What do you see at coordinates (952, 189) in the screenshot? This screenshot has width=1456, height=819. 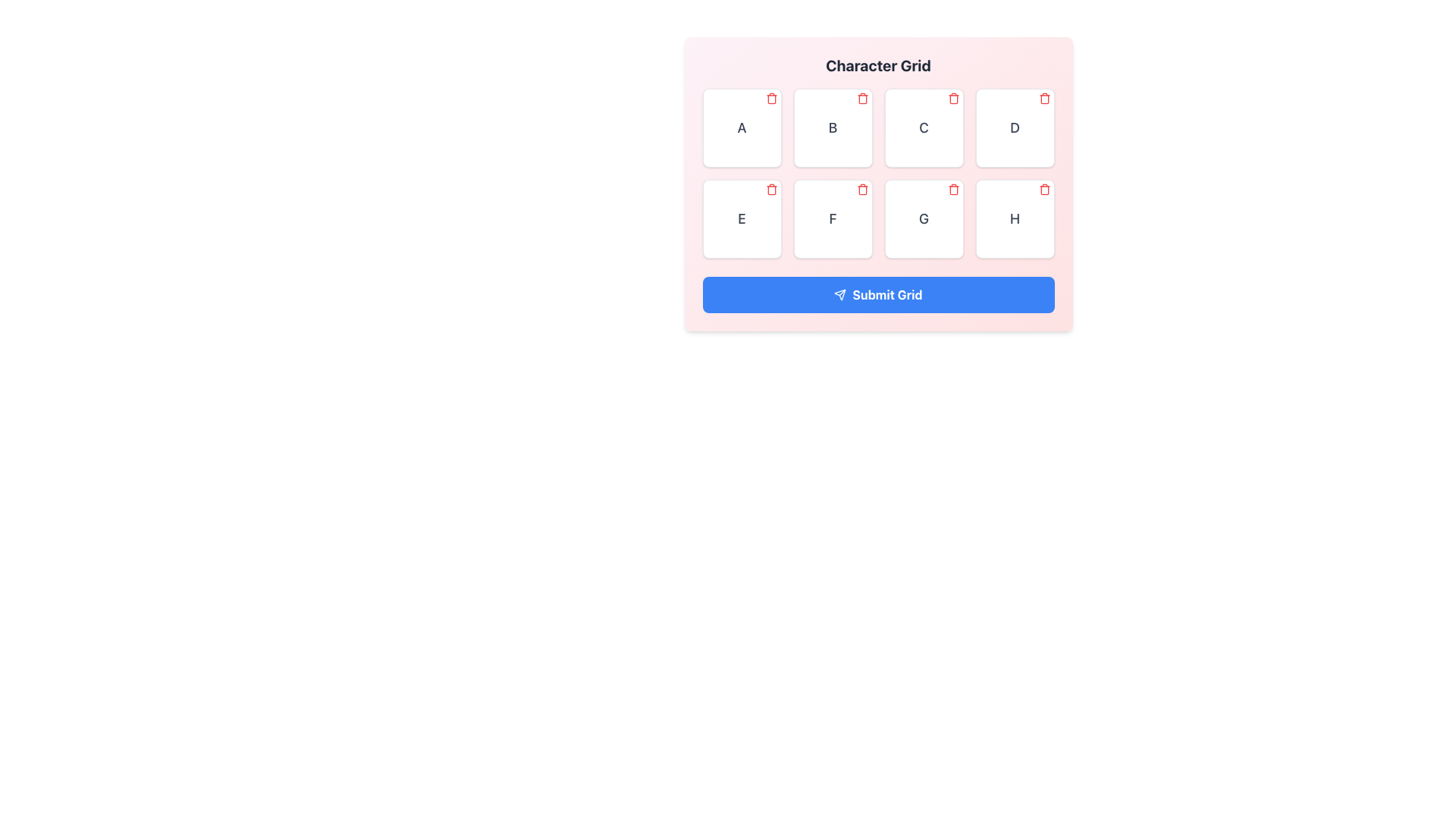 I see `the red trash bin icon button located at the top-right corner of the card labeled 'G'` at bounding box center [952, 189].